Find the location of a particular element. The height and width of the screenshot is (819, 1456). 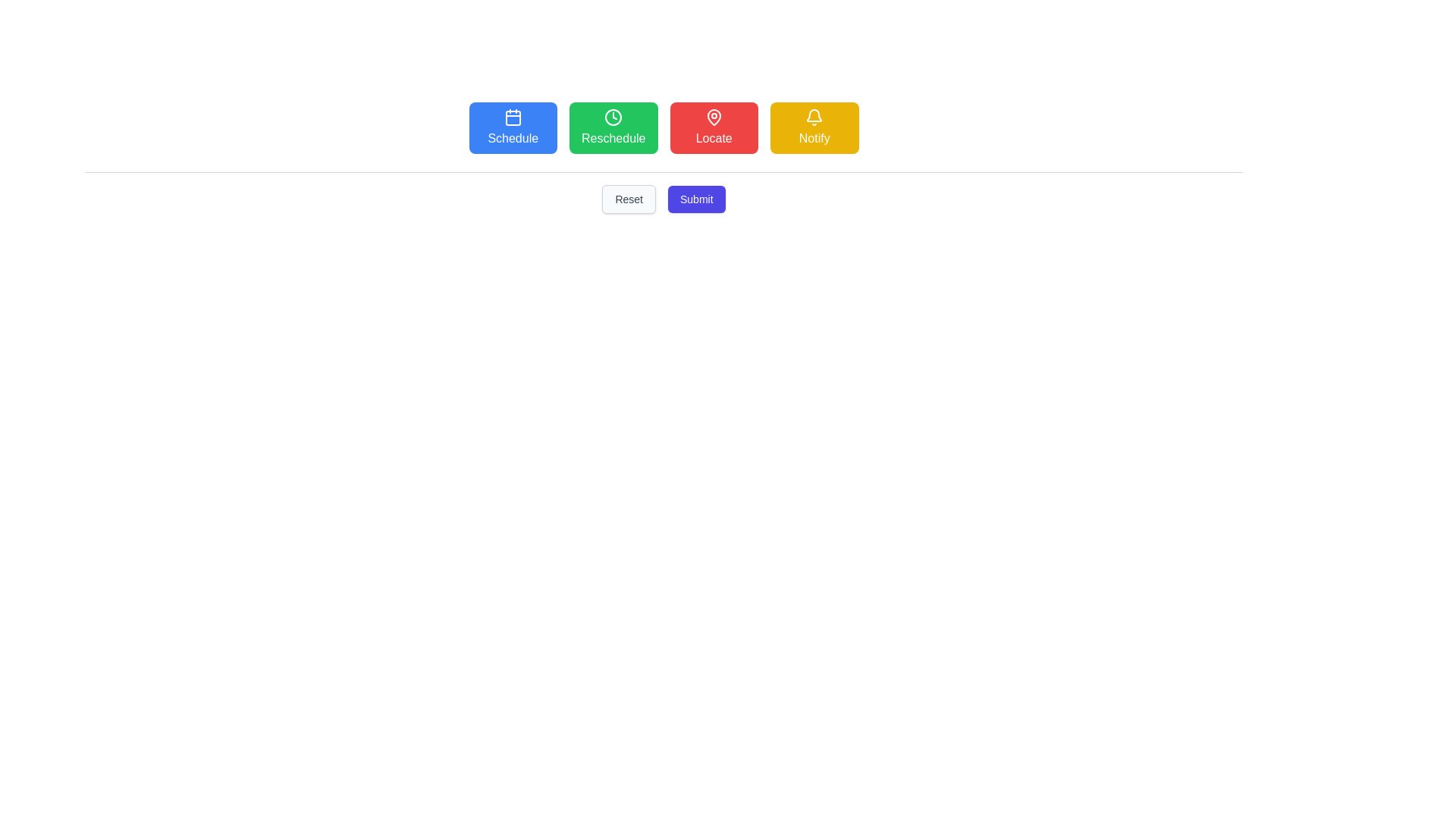

the SVG circle that represents the clock symbol within the 'Reschedule' button, which is the second button in a sequence of four buttons at the top-center of the interface is located at coordinates (613, 116).